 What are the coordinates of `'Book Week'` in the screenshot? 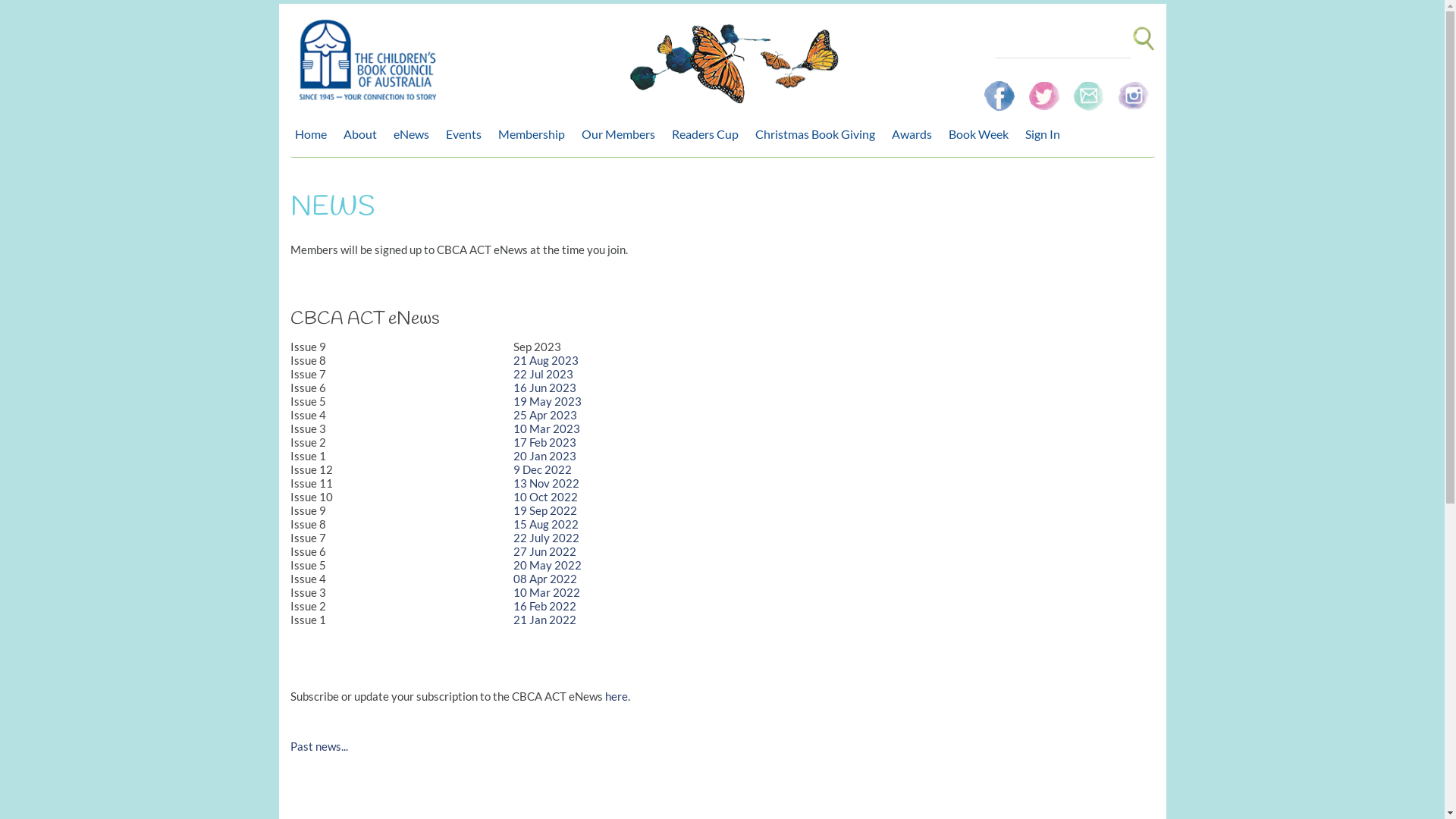 It's located at (981, 133).